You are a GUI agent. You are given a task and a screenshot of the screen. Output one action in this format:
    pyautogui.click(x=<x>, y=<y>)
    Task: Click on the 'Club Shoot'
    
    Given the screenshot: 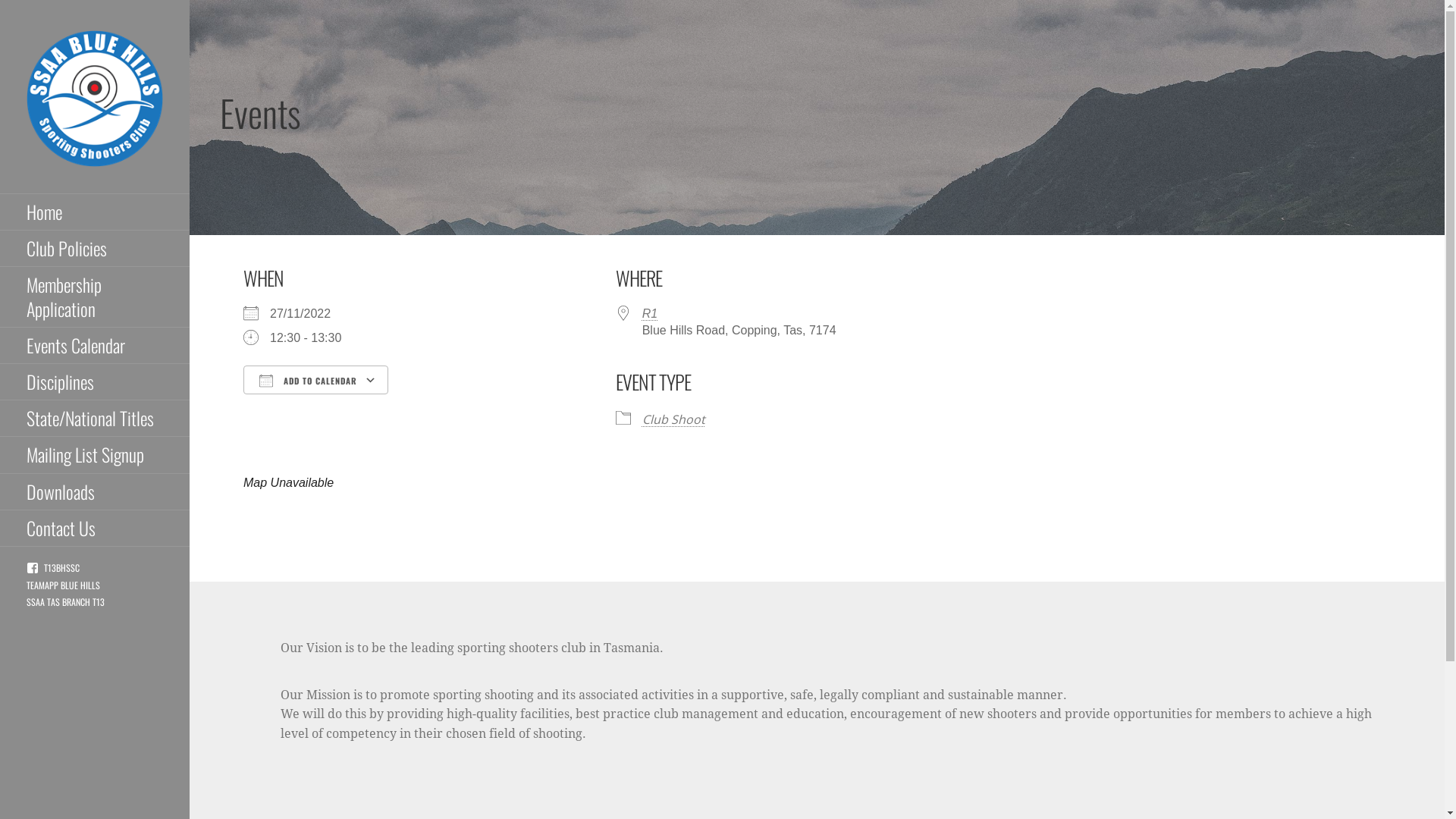 What is the action you would take?
    pyautogui.click(x=673, y=419)
    